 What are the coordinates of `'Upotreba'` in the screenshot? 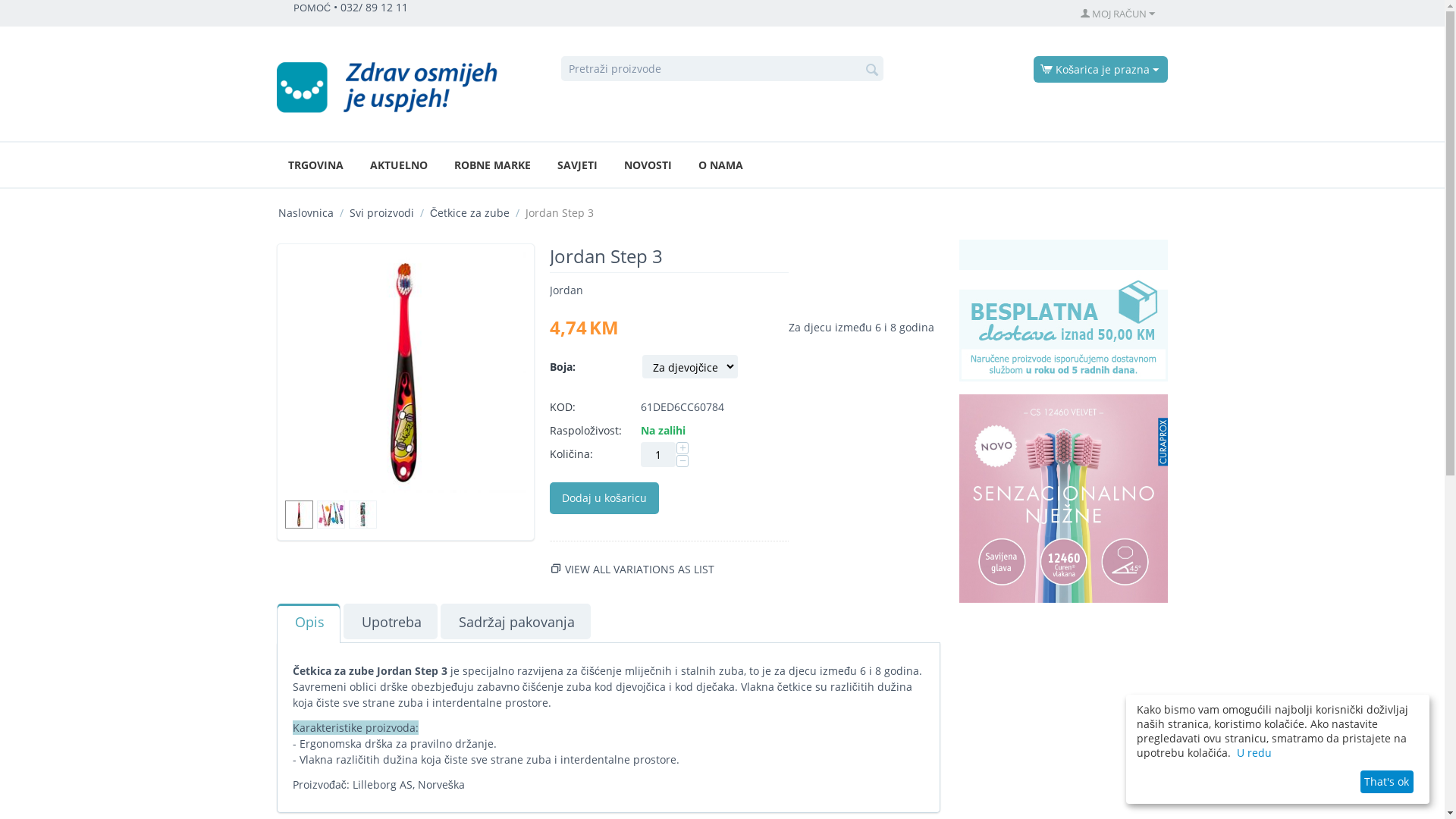 It's located at (345, 621).